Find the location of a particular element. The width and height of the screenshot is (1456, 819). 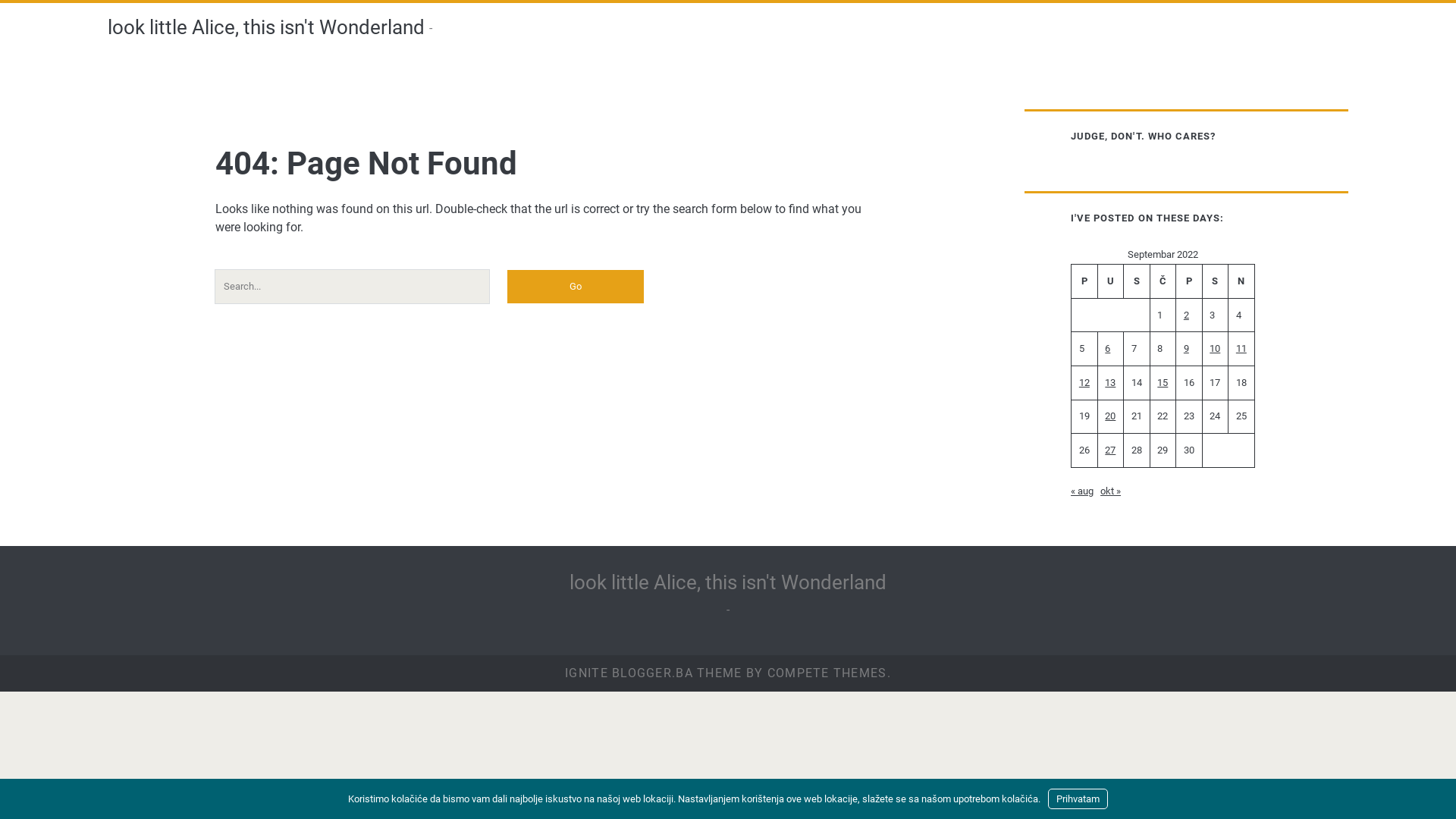

'15' is located at coordinates (1161, 381).